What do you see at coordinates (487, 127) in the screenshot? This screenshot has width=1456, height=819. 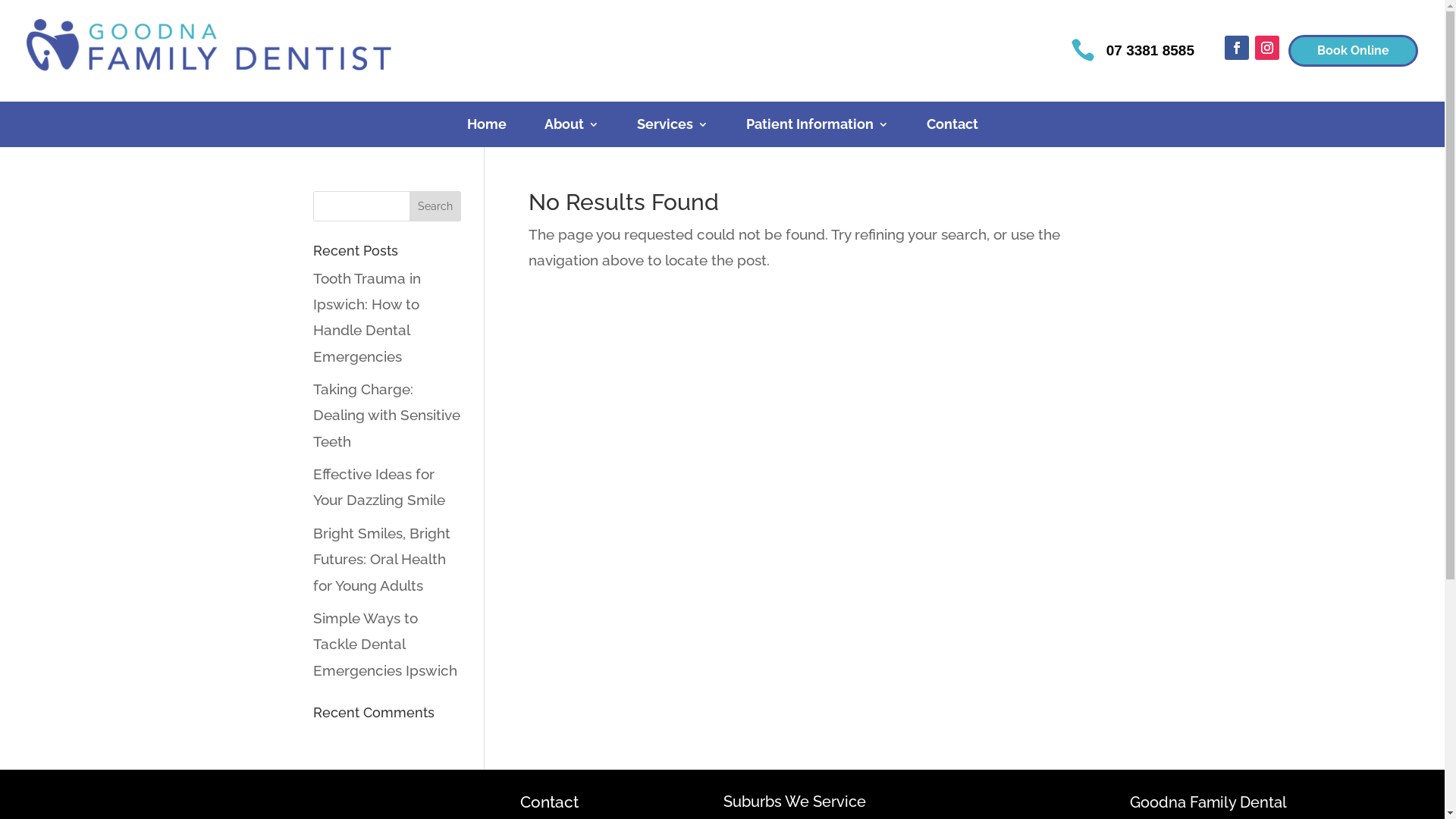 I see `'Home'` at bounding box center [487, 127].